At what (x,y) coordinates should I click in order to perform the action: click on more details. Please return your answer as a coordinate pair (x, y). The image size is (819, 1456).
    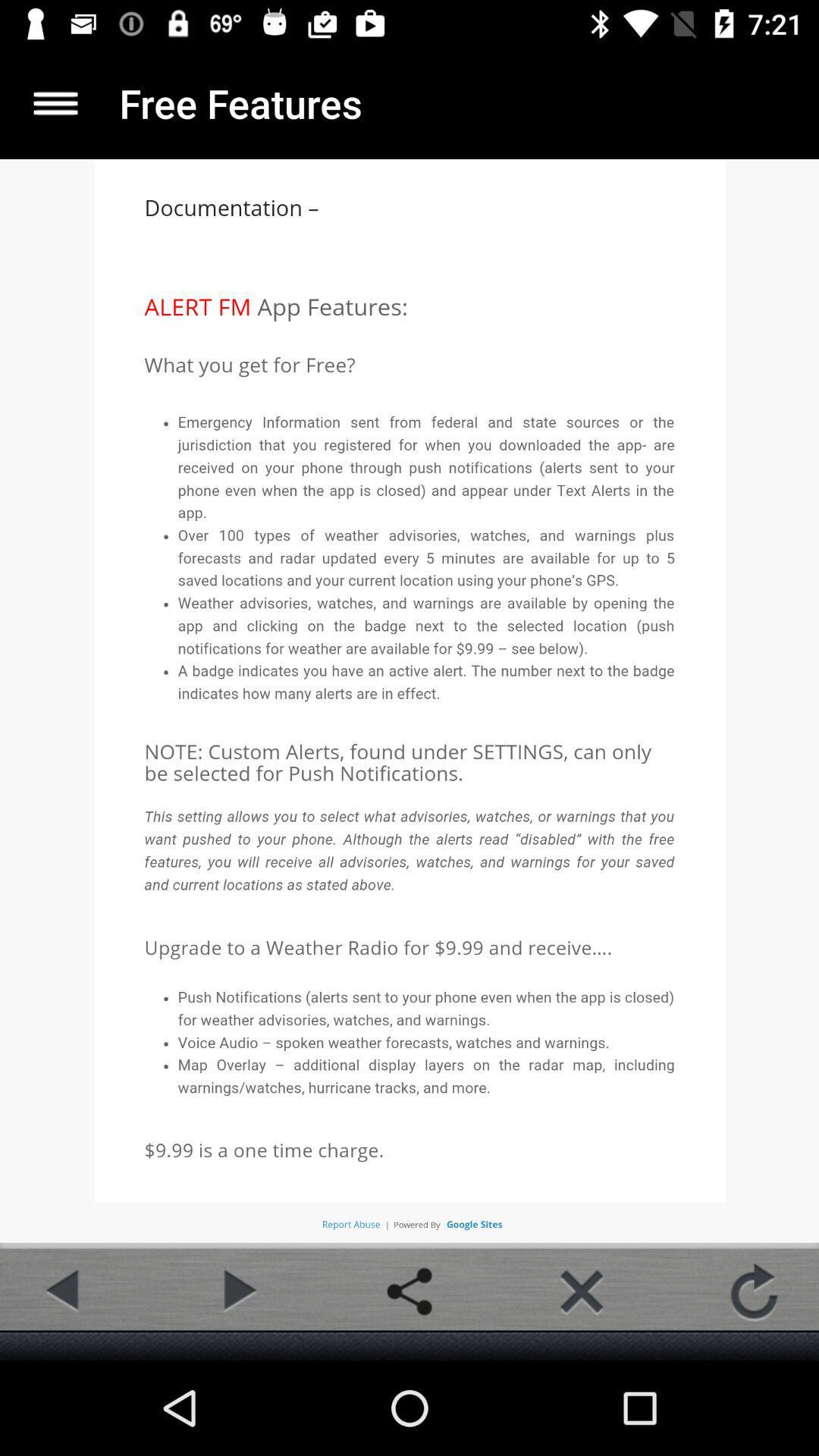
    Looking at the image, I should click on (55, 102).